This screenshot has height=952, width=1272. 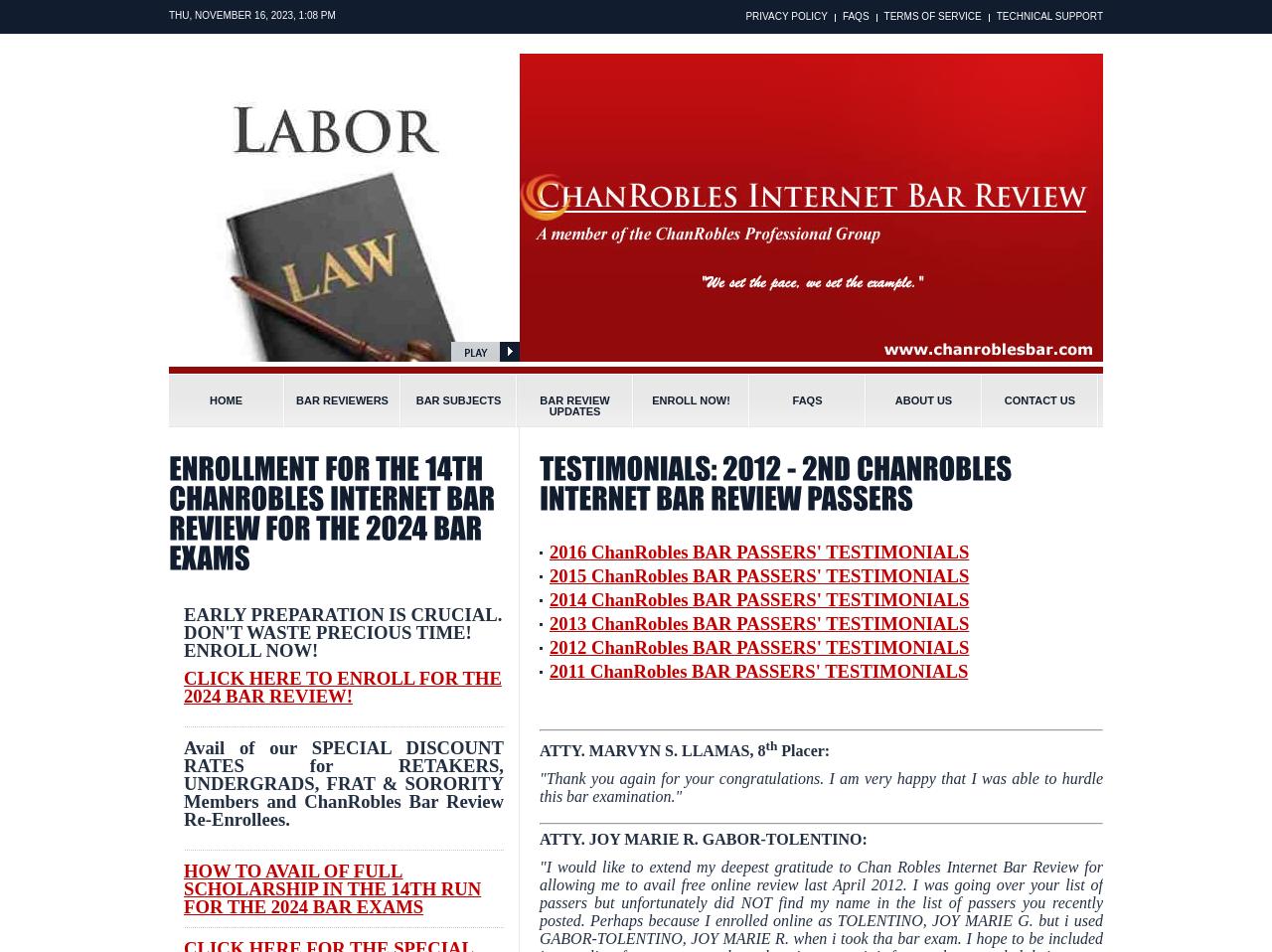 I want to click on 'Contact Us', so click(x=1038, y=400).